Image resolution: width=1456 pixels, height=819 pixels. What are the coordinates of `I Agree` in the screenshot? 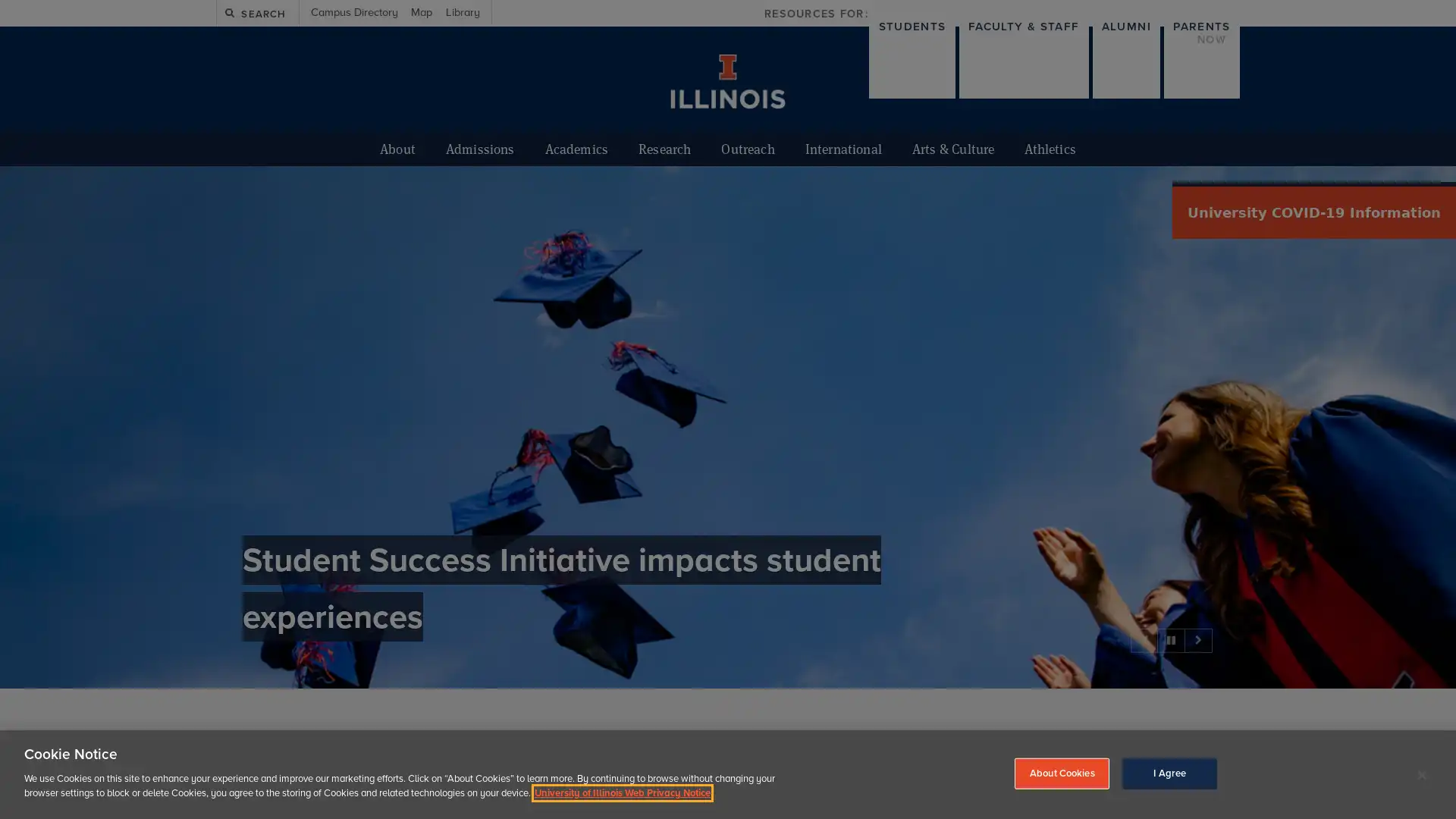 It's located at (1169, 773).